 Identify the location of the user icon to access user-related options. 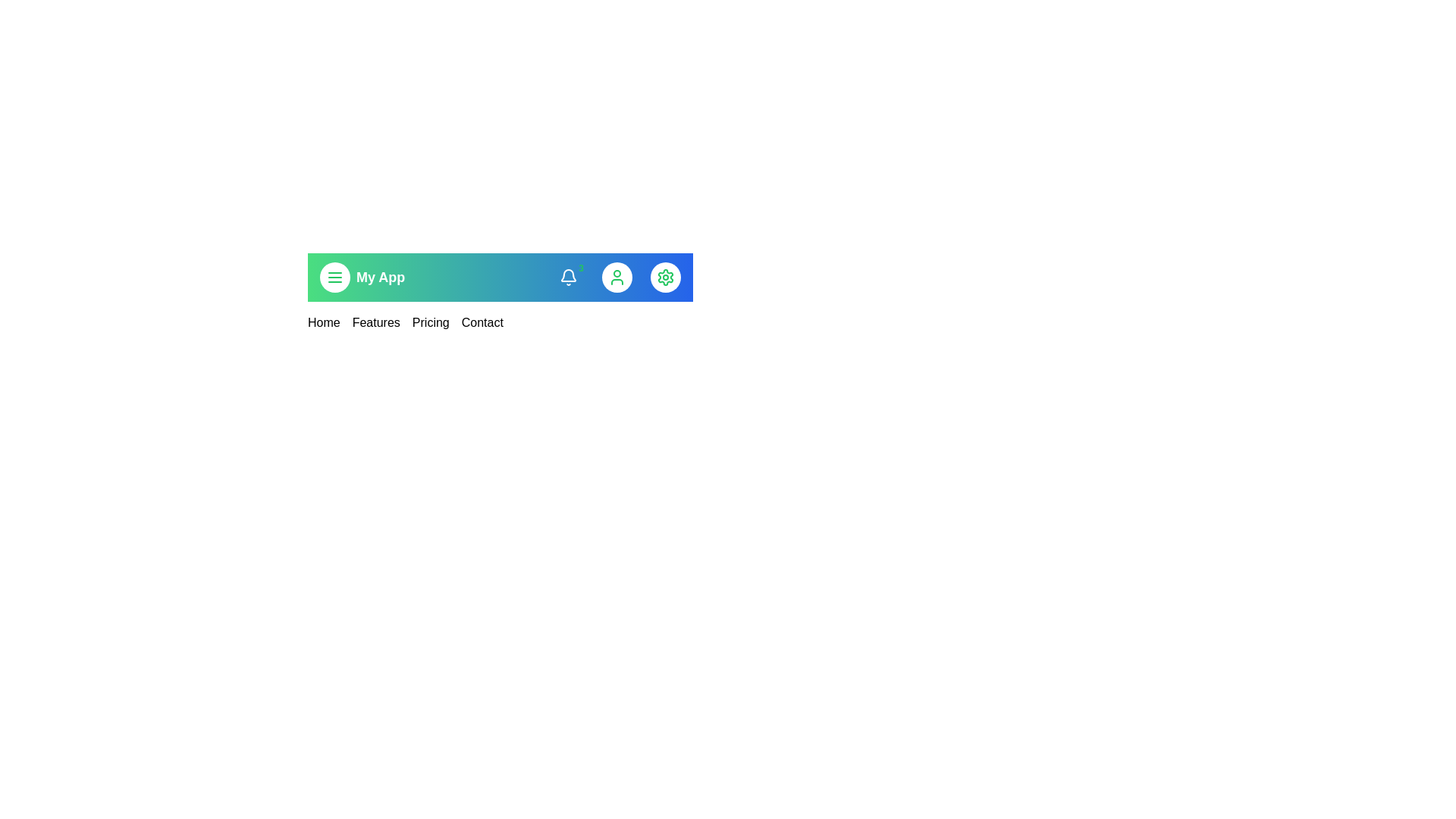
(617, 278).